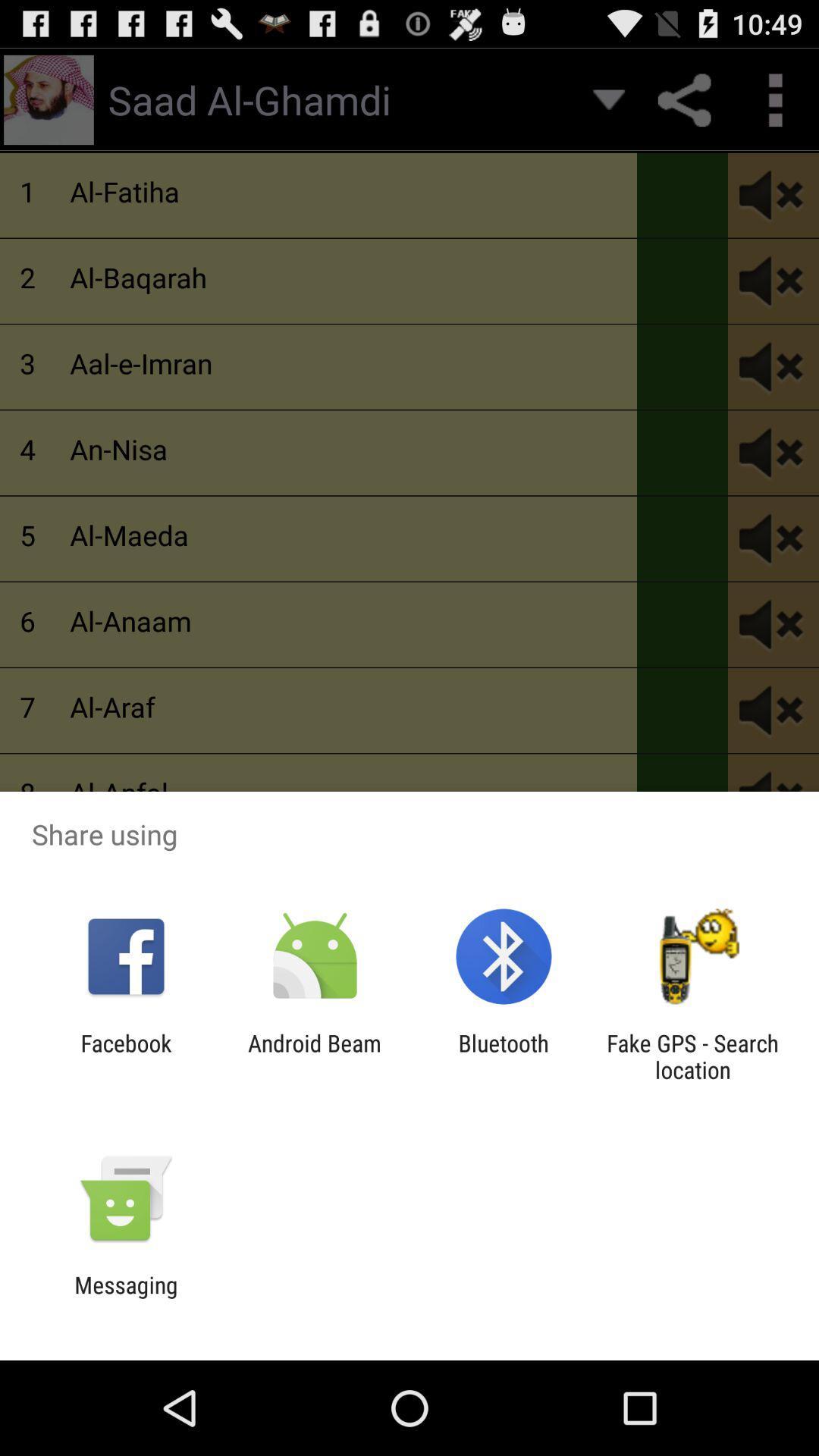 This screenshot has width=819, height=1456. I want to click on the app to the right of the facebook, so click(314, 1056).